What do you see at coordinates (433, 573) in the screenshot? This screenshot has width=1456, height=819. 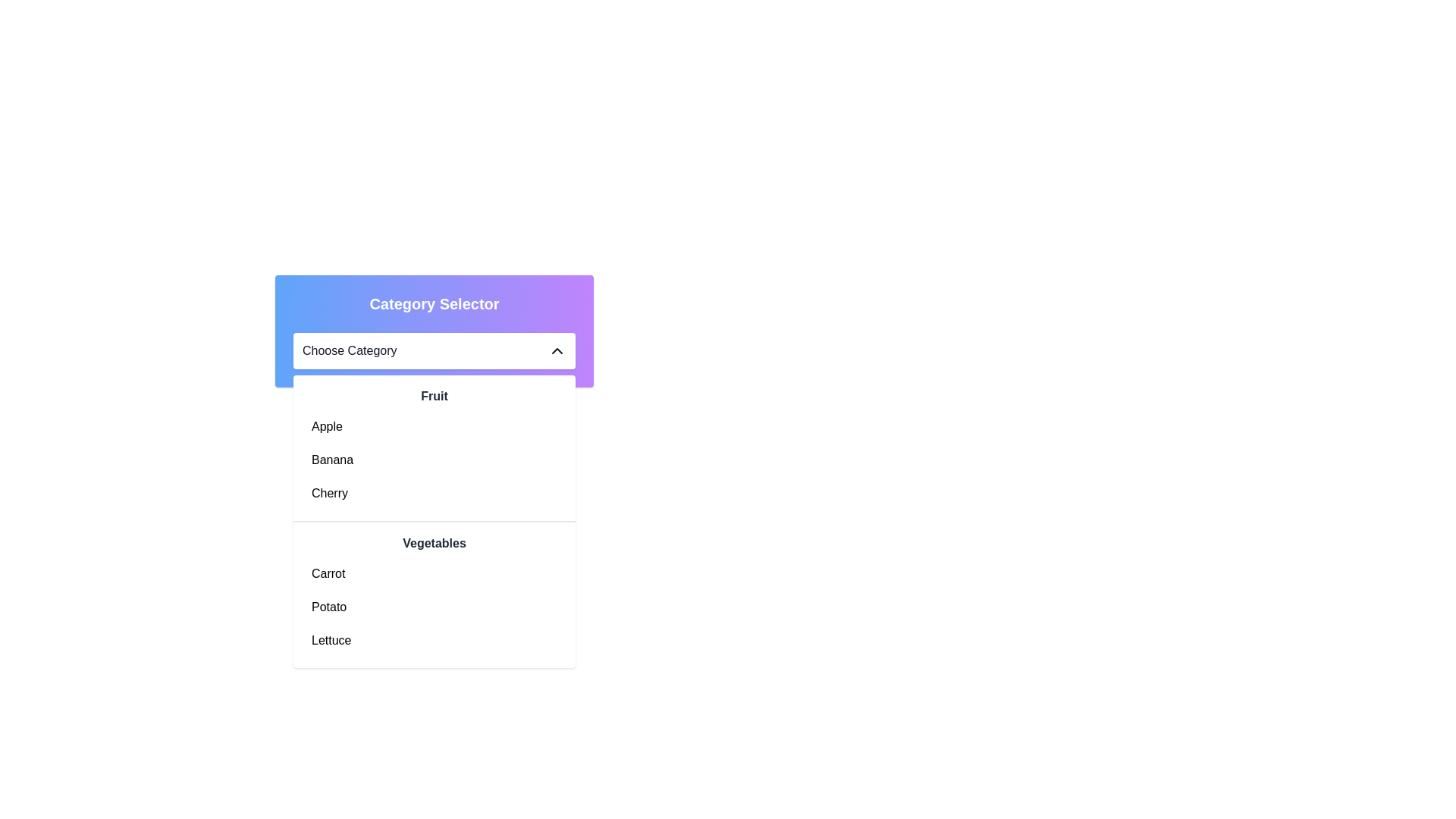 I see `to select the 'Carrot' option from the 'Vegetables' section of the dropdown list` at bounding box center [433, 573].